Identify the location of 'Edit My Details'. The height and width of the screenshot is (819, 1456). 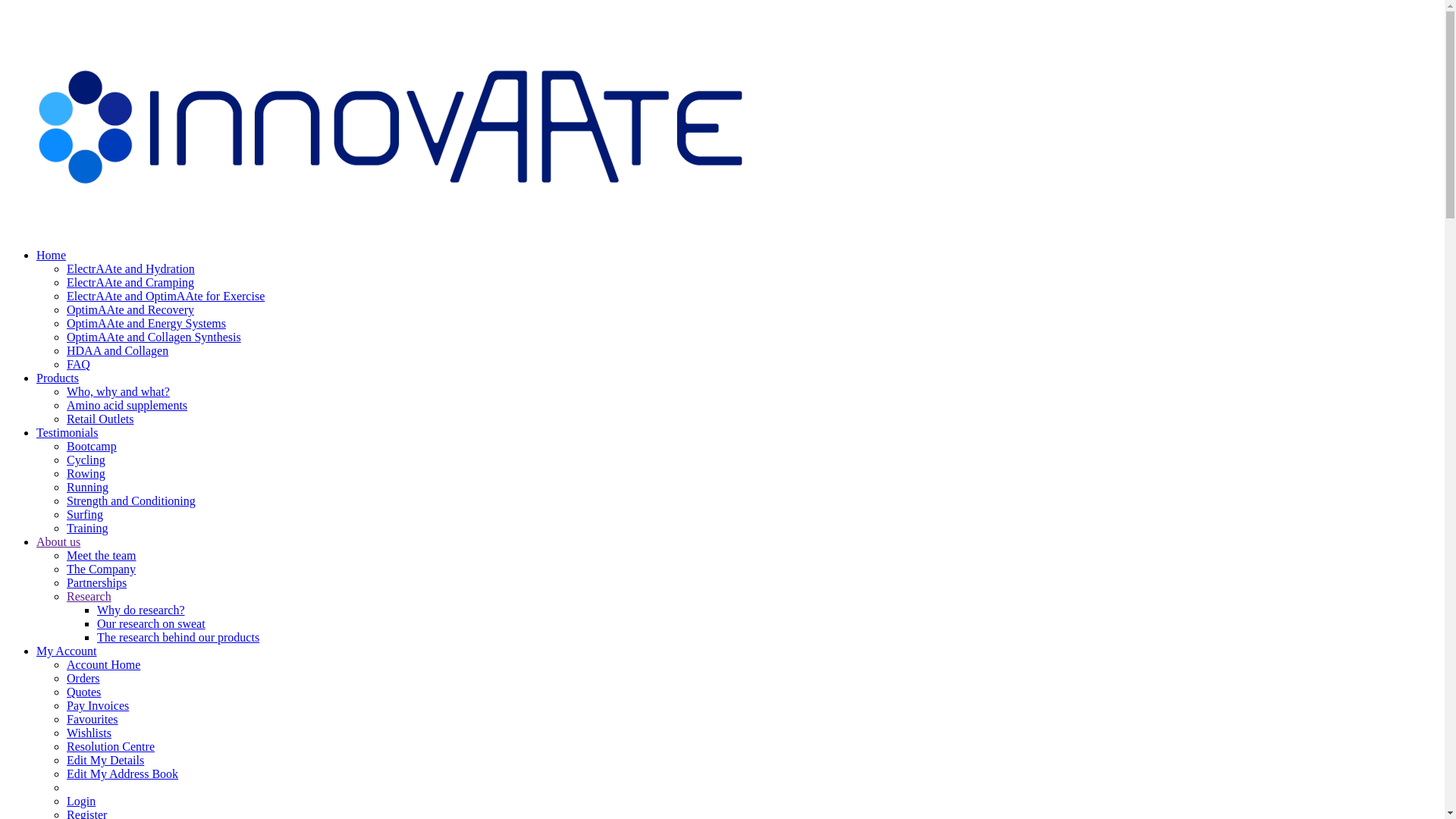
(105, 760).